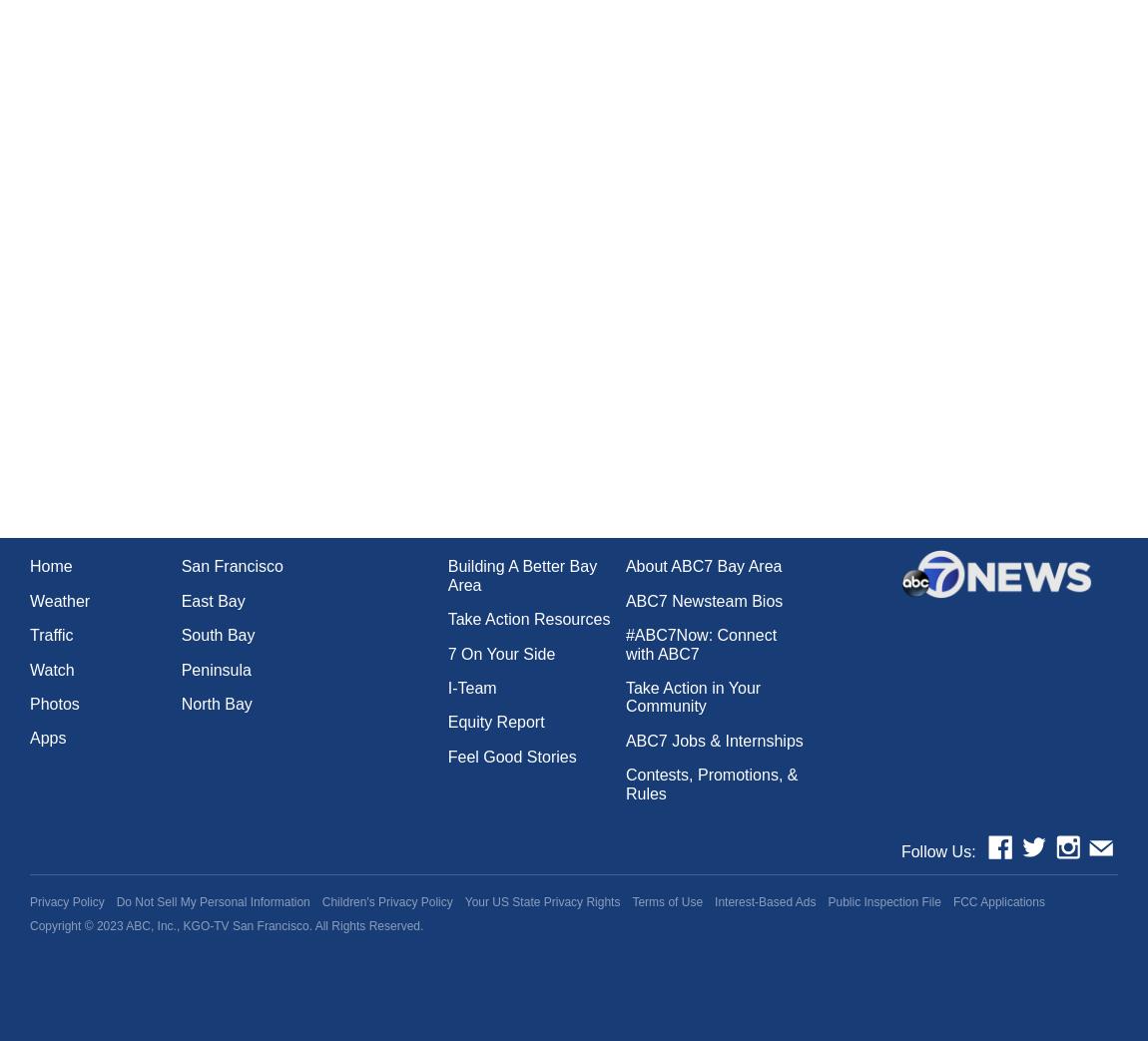 This screenshot has height=1041, width=1148. Describe the element at coordinates (386, 900) in the screenshot. I see `'Children's Privacy Policy'` at that location.